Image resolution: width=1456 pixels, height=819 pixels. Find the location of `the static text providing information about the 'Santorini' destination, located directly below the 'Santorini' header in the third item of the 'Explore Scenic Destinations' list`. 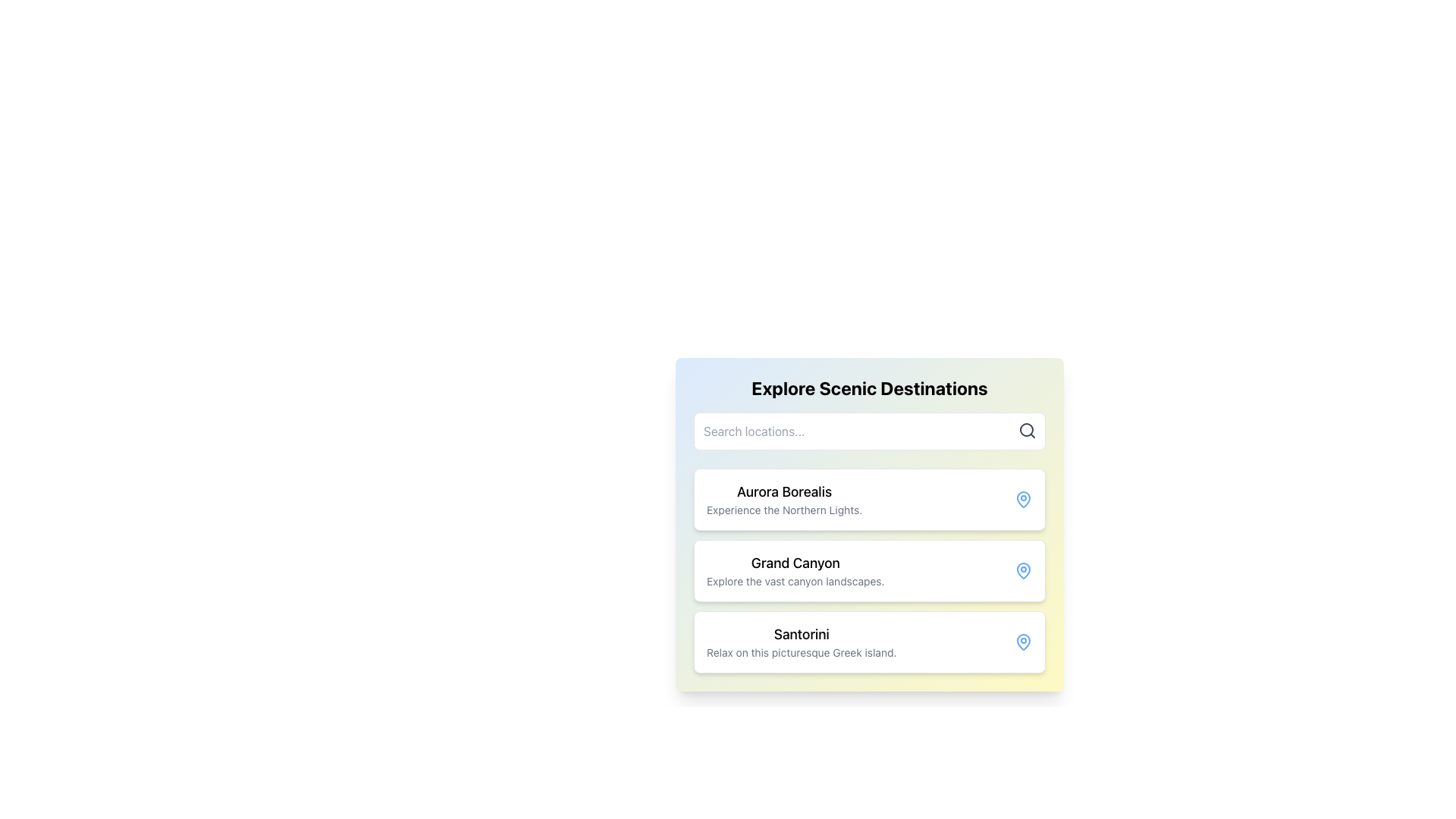

the static text providing information about the 'Santorini' destination, located directly below the 'Santorini' header in the third item of the 'Explore Scenic Destinations' list is located at coordinates (801, 651).